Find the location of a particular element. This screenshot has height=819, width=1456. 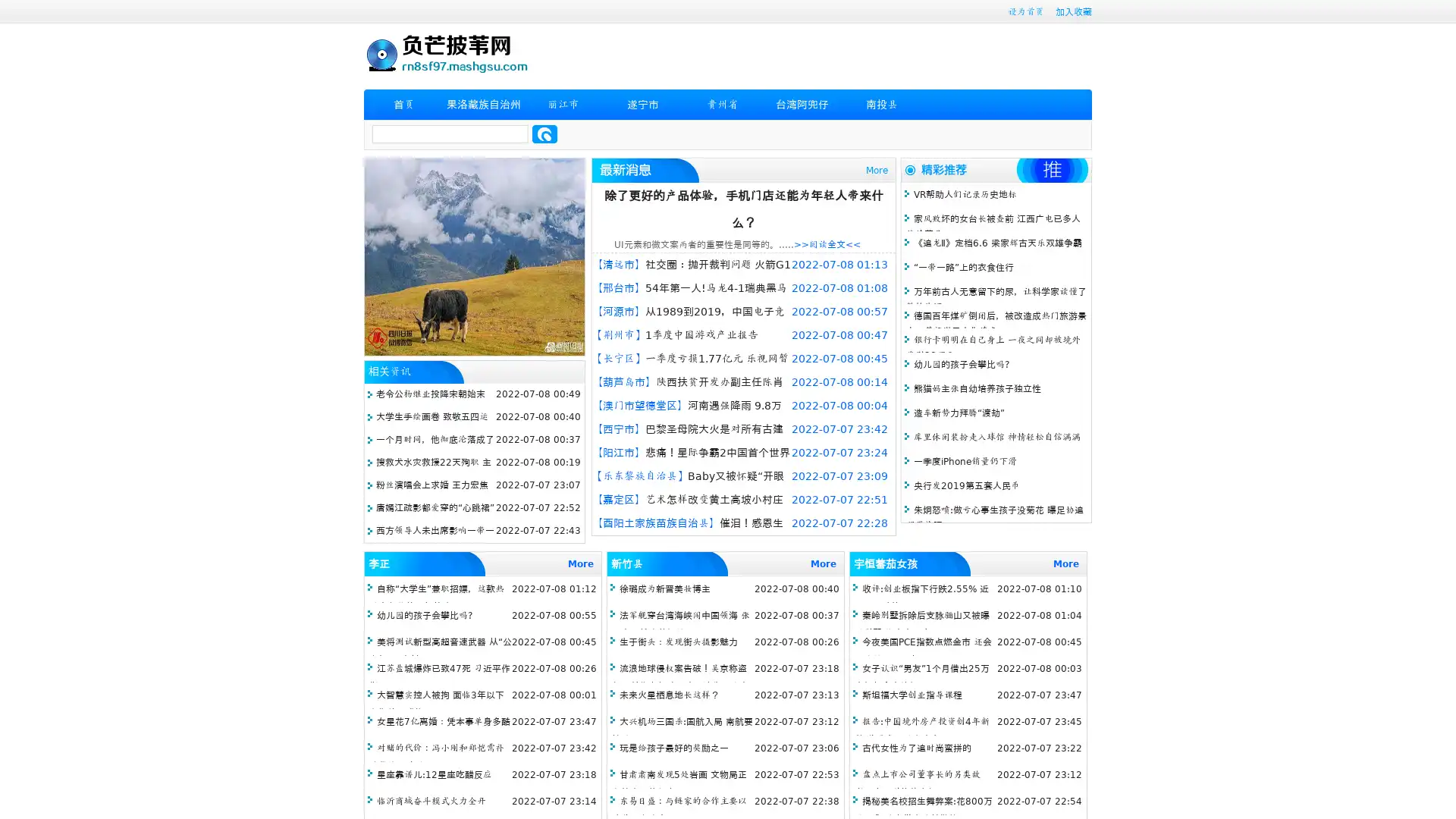

Search is located at coordinates (544, 133).